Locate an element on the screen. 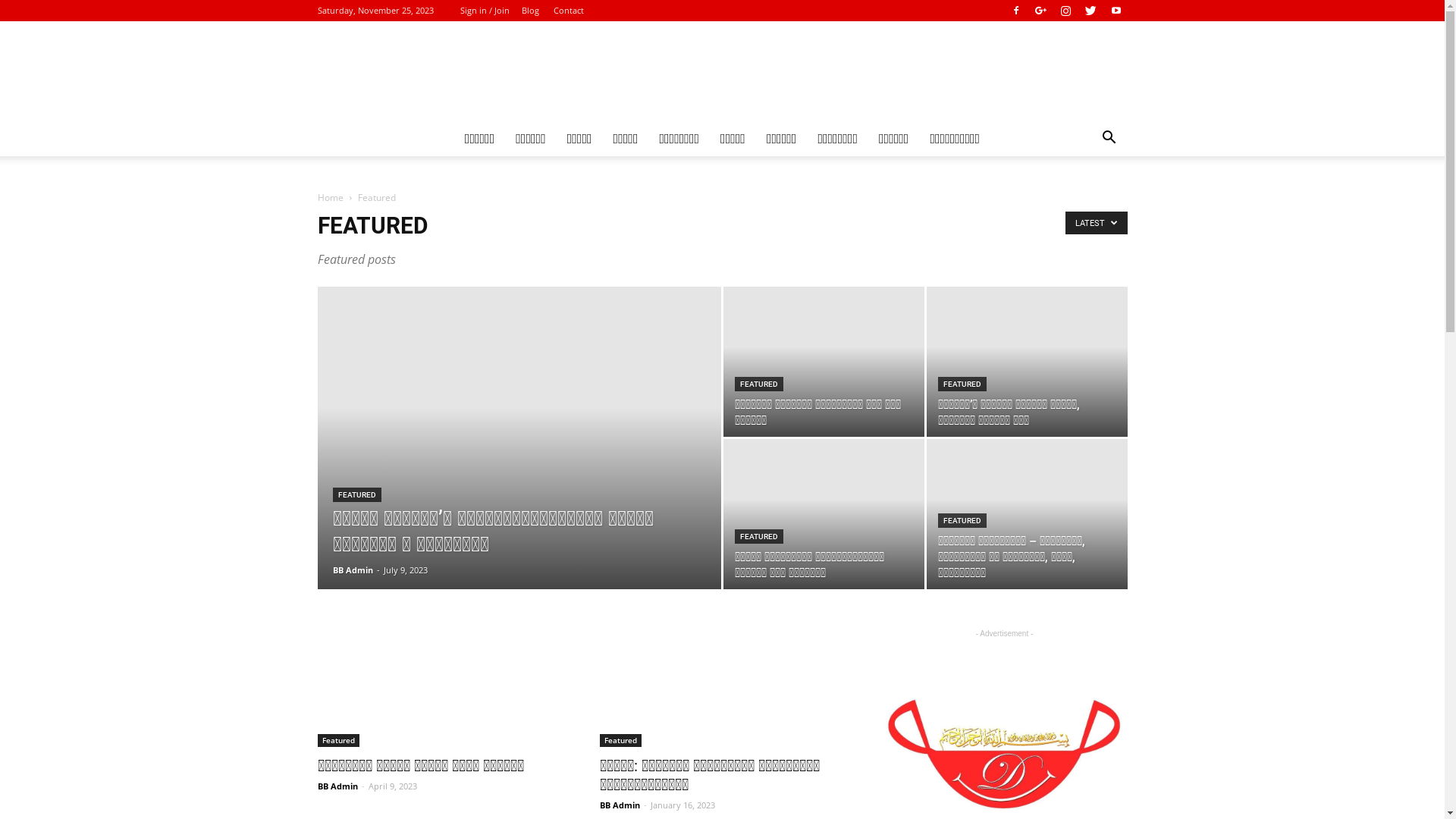 Image resolution: width=1456 pixels, height=819 pixels. 'Google+' is located at coordinates (1040, 11).